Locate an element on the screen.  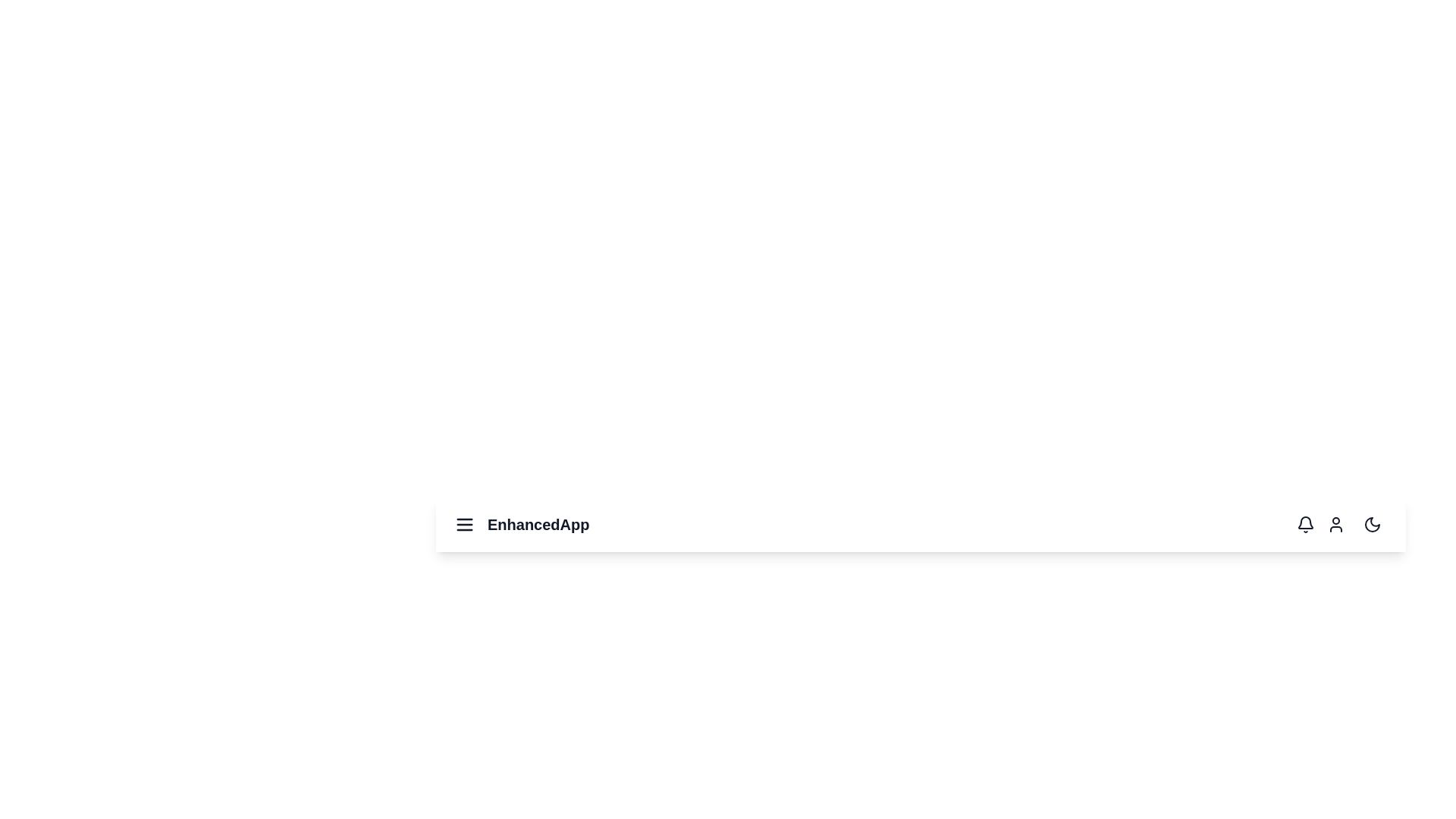
the user icon to access the user profile is located at coordinates (1335, 523).